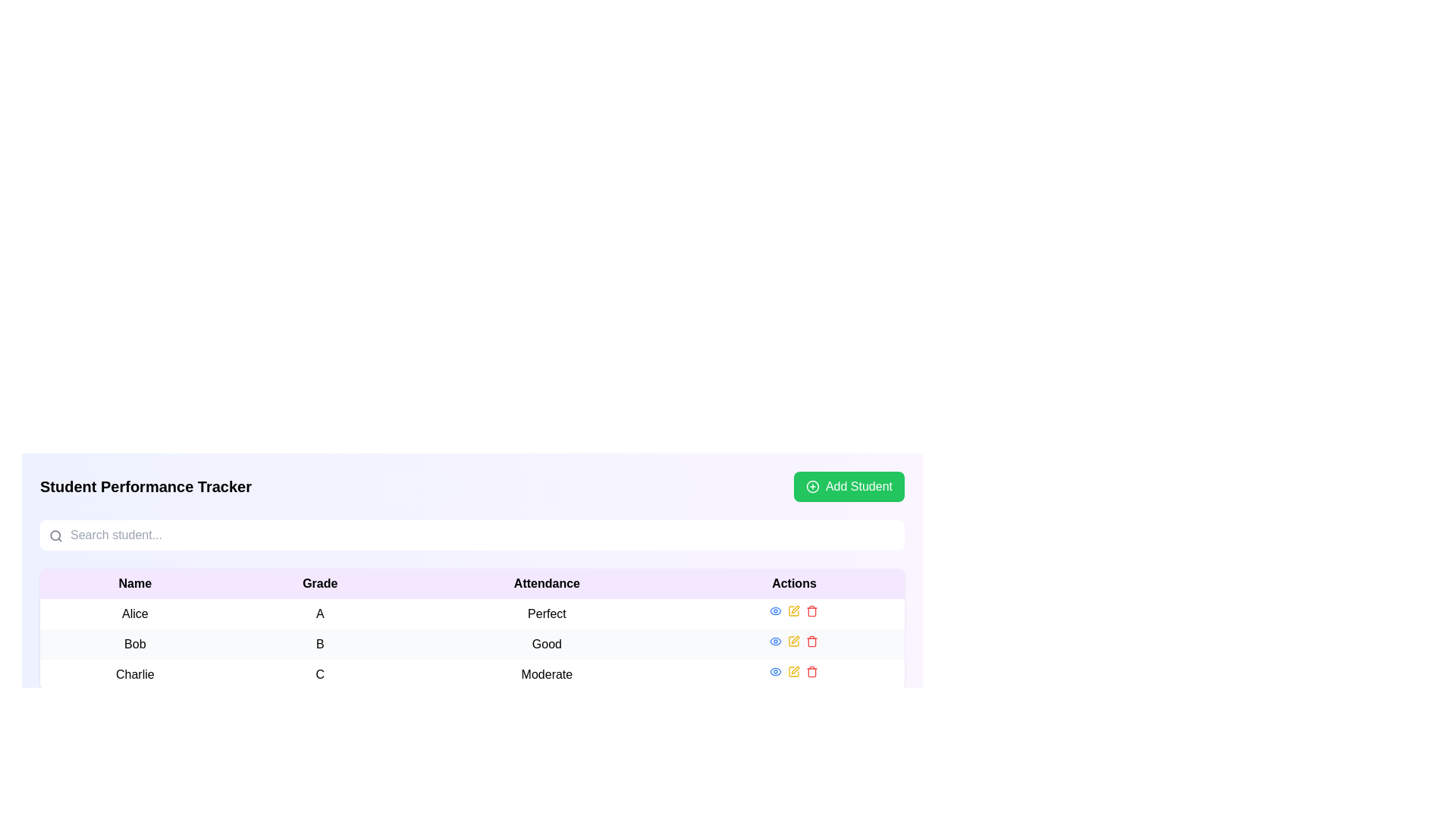 Image resolution: width=1456 pixels, height=819 pixels. Describe the element at coordinates (546, 614) in the screenshot. I see `the non-interactive Text label indicating the attendance status of the student named Alice in the 'Student Performance Tracker' interface, located in the third column of the first row` at that location.